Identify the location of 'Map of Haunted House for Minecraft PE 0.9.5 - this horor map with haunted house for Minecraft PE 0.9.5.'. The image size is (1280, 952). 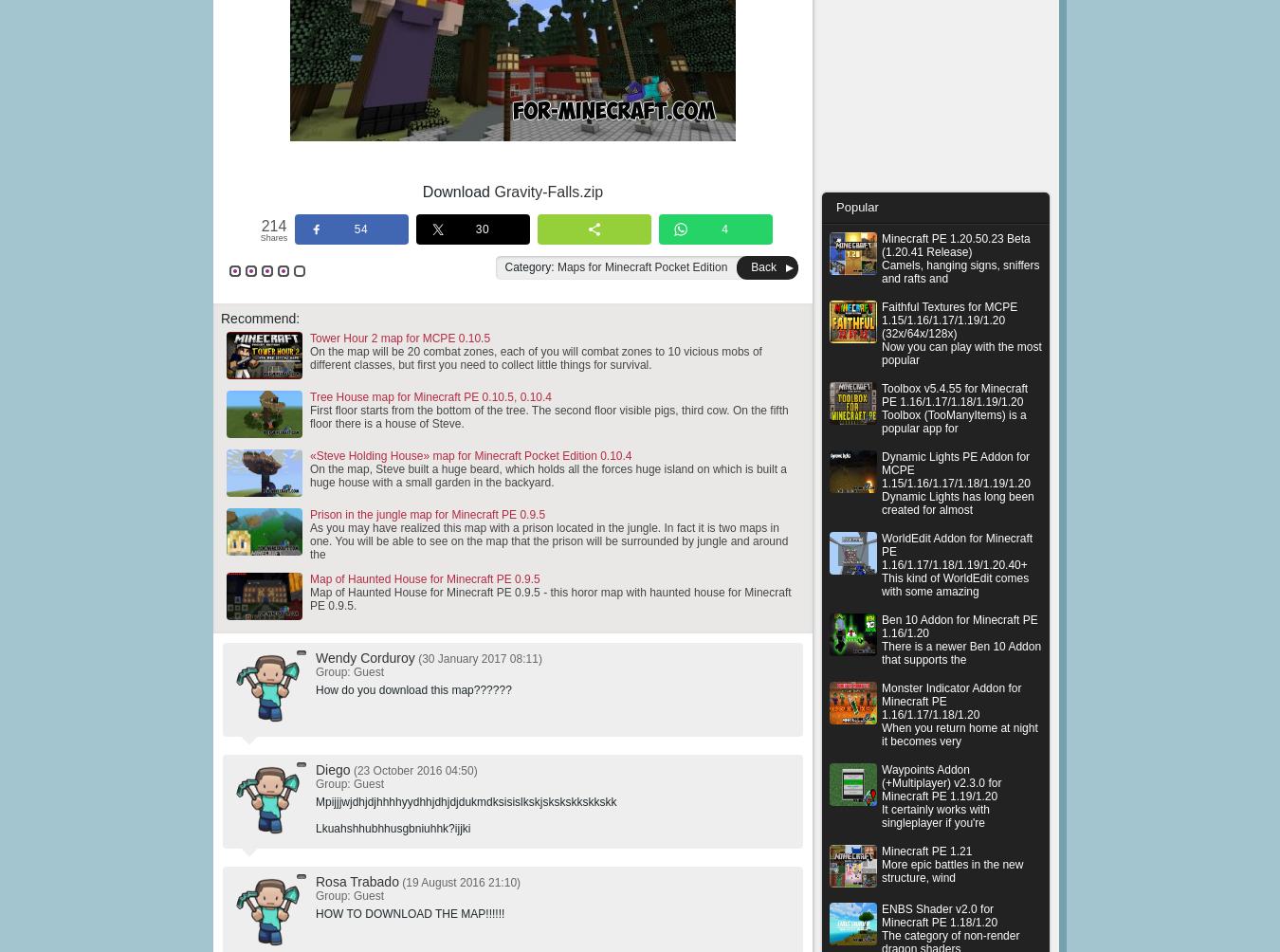
(550, 598).